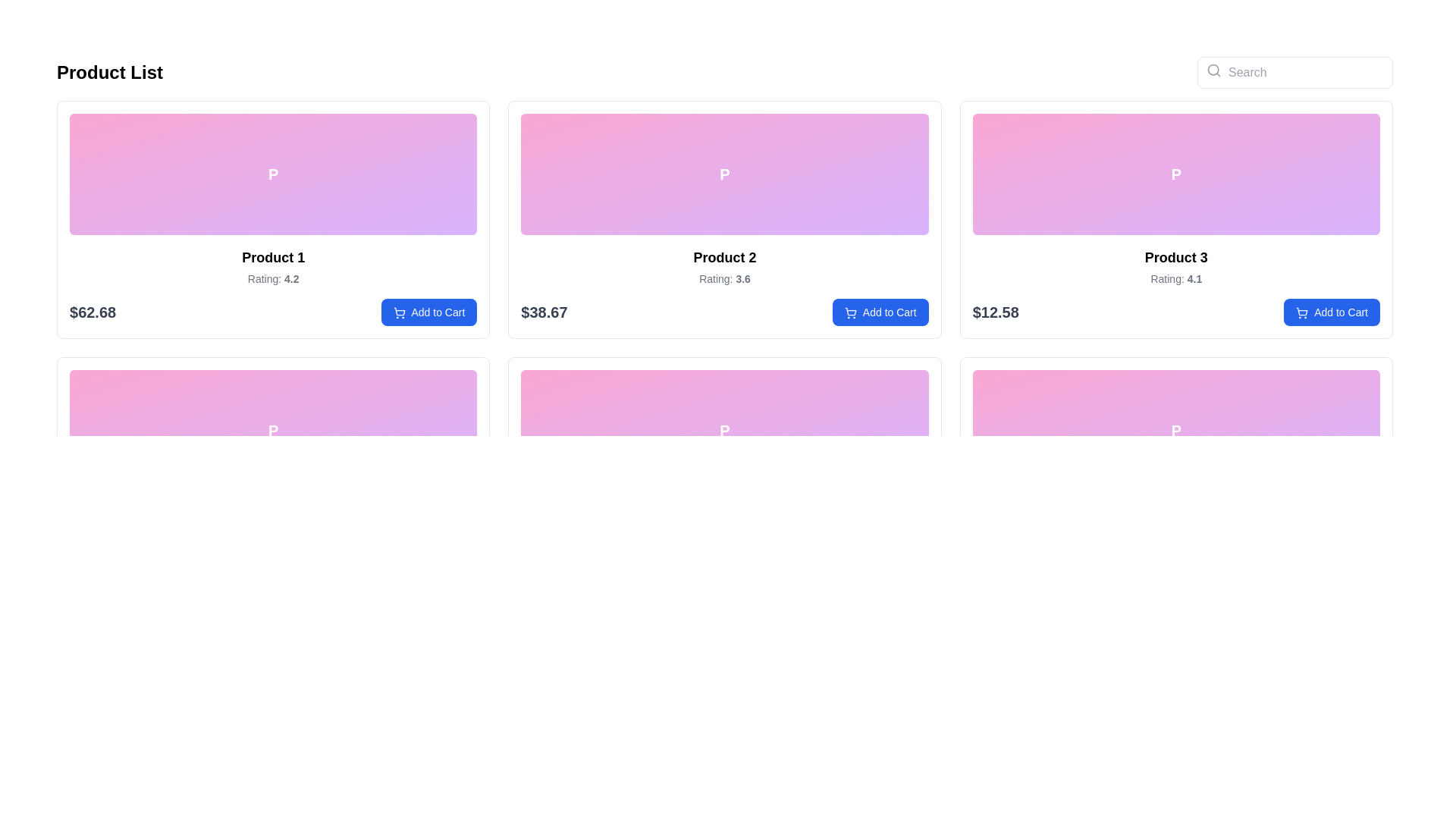  What do you see at coordinates (1301, 312) in the screenshot?
I see `the decorative icon located to the left of the 'Add to Cart' text label inside the button of the third product card in the first row of the product grid` at bounding box center [1301, 312].